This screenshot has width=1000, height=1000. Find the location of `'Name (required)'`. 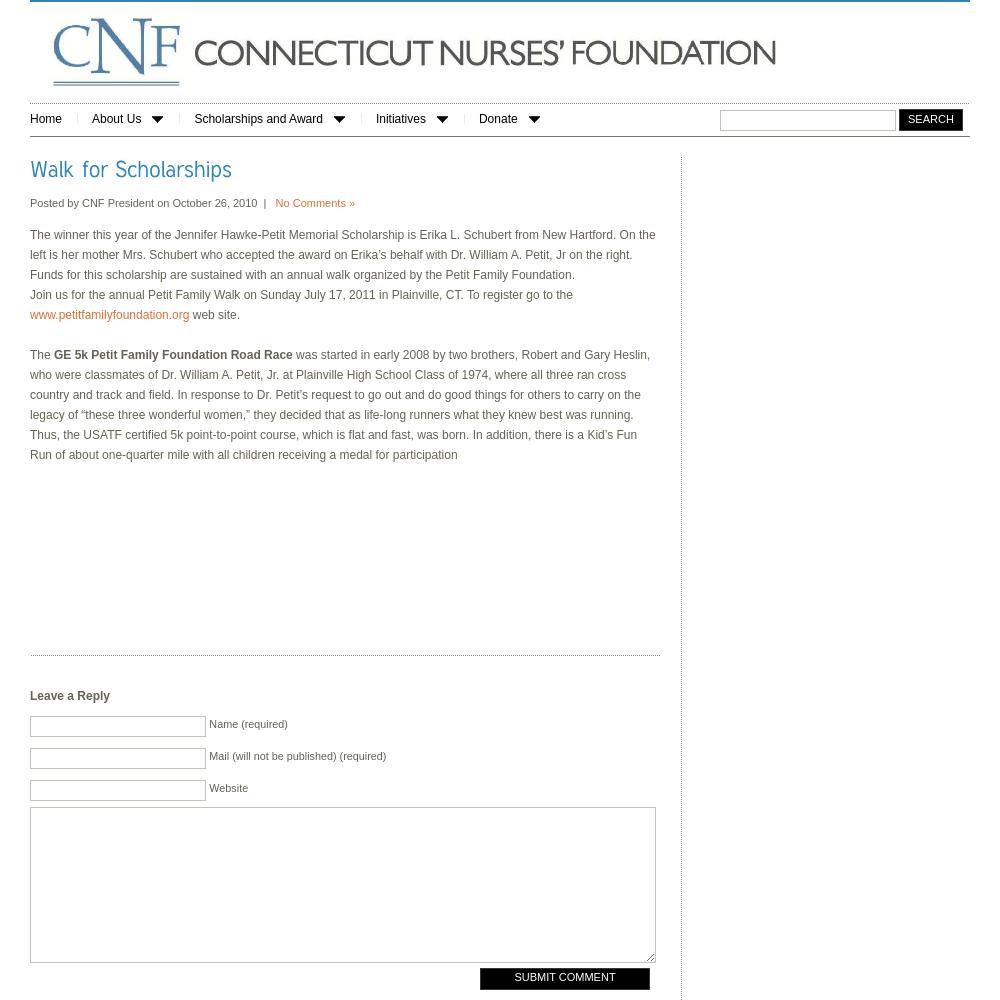

'Name (required)' is located at coordinates (247, 722).